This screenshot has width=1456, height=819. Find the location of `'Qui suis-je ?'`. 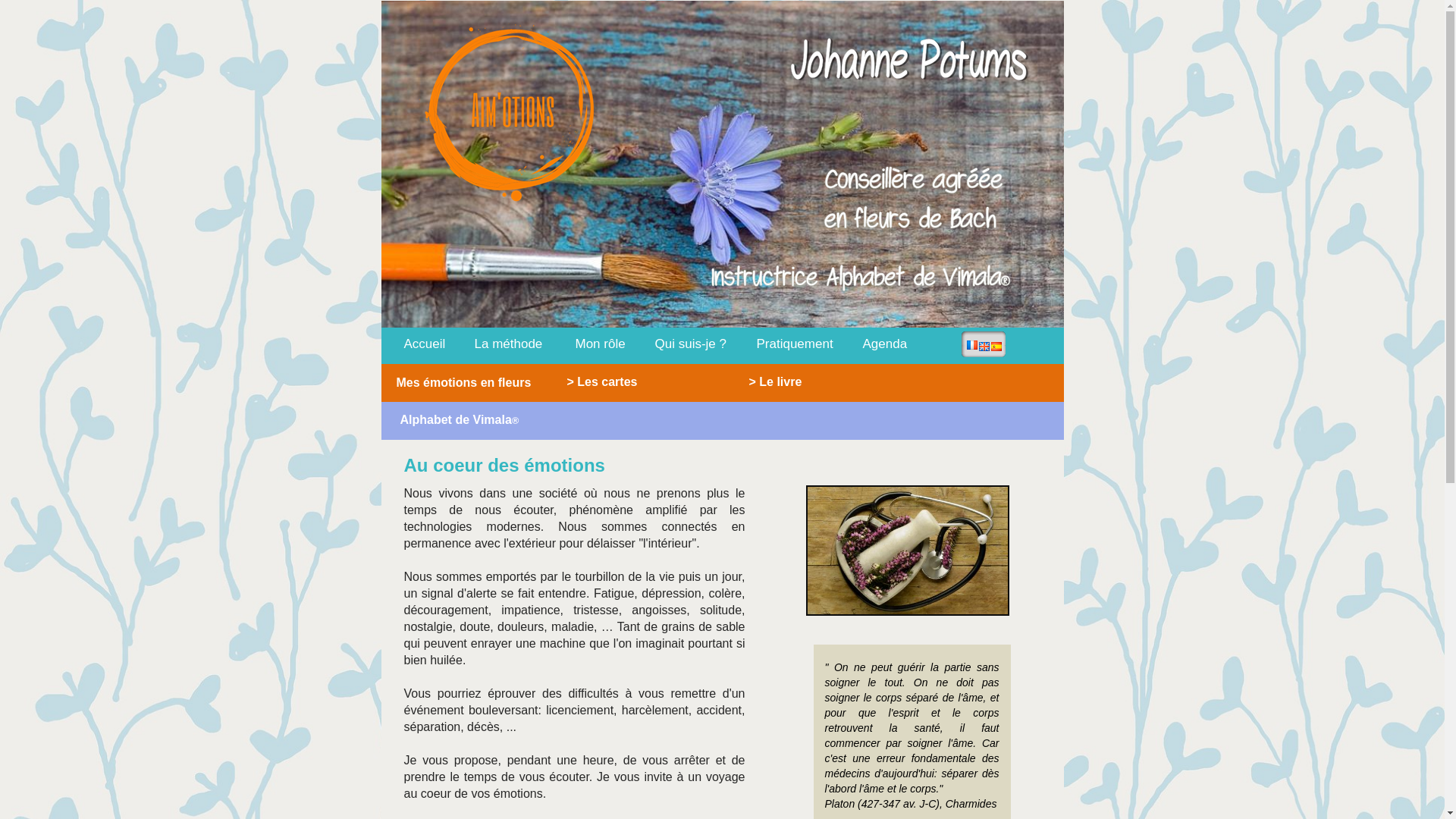

'Qui suis-je ?' is located at coordinates (655, 343).